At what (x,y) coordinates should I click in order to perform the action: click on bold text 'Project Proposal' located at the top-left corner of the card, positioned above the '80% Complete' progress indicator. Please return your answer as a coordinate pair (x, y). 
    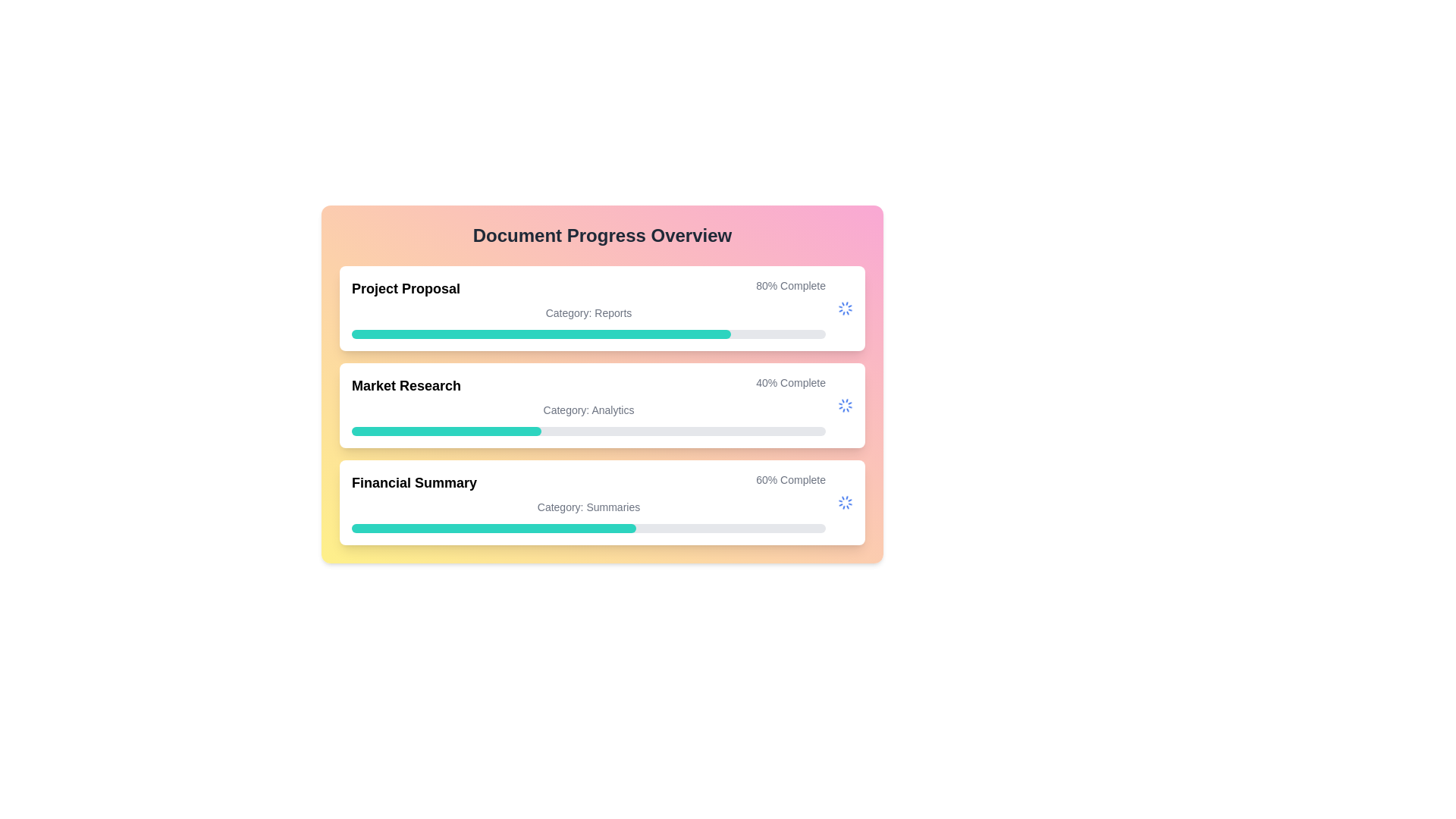
    Looking at the image, I should click on (406, 289).